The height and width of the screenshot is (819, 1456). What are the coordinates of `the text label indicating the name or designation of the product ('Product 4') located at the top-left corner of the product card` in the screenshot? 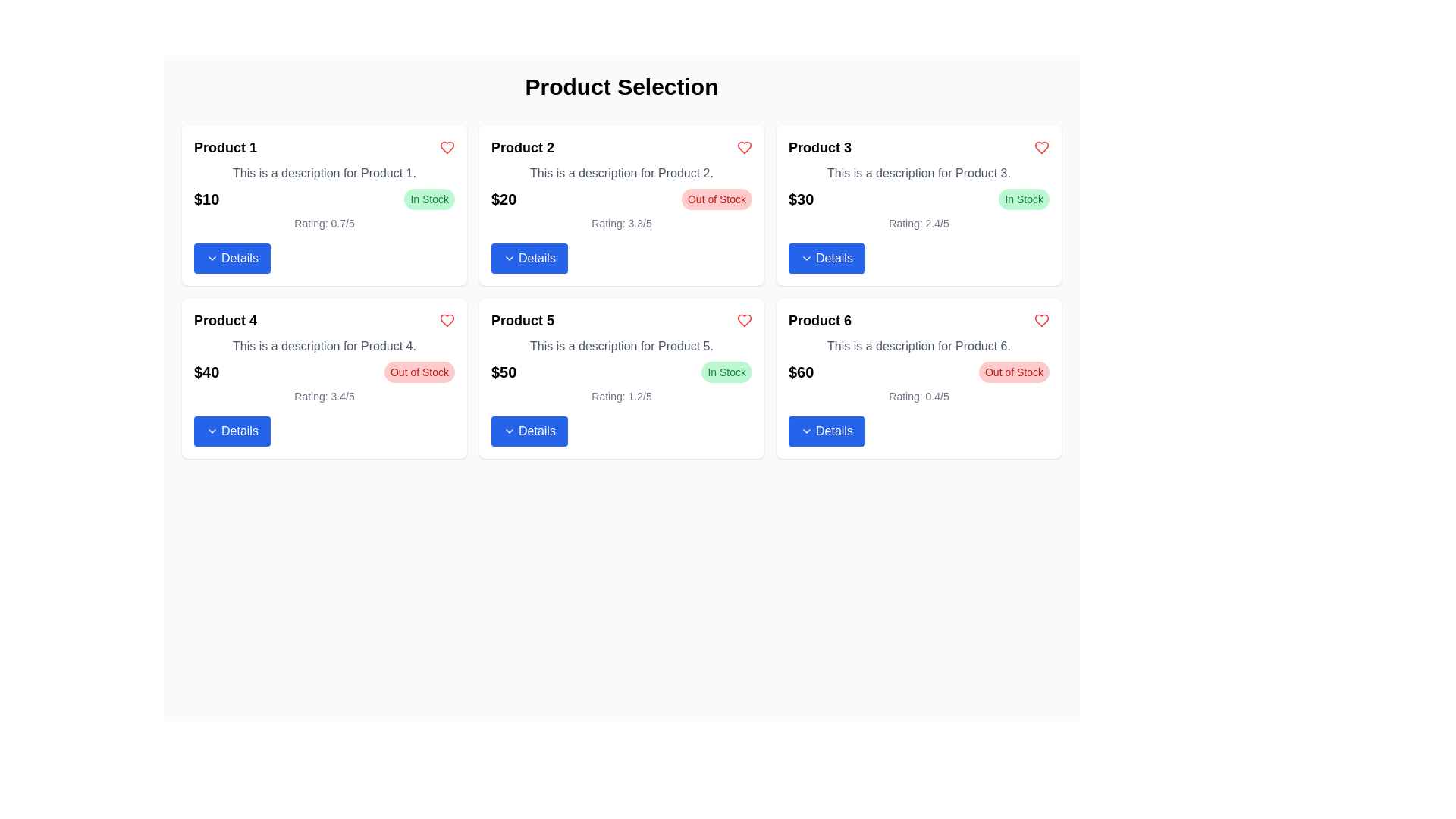 It's located at (224, 320).